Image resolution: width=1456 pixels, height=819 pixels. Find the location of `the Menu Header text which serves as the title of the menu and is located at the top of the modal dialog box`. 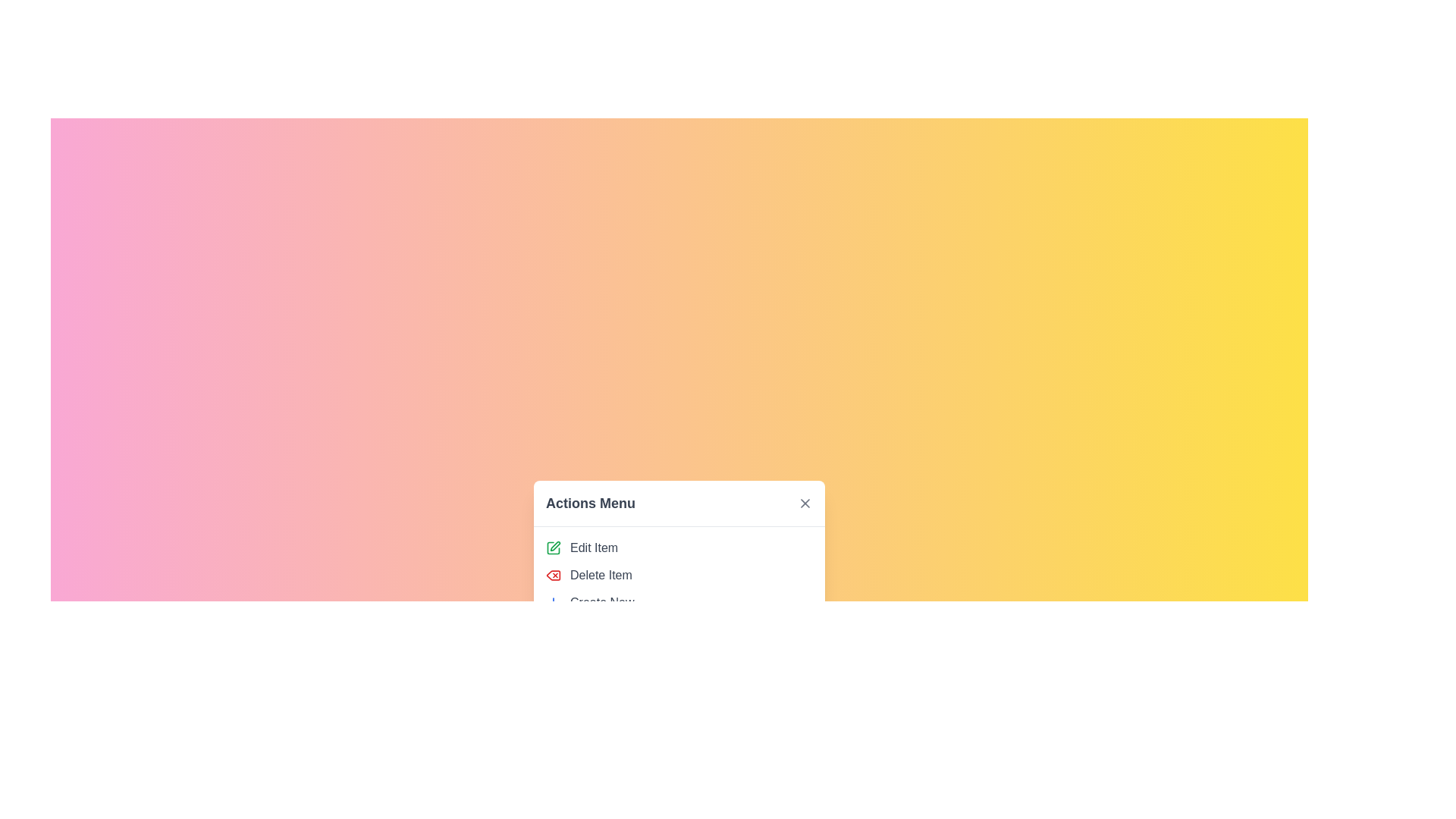

the Menu Header text which serves as the title of the menu and is located at the top of the modal dialog box is located at coordinates (679, 503).